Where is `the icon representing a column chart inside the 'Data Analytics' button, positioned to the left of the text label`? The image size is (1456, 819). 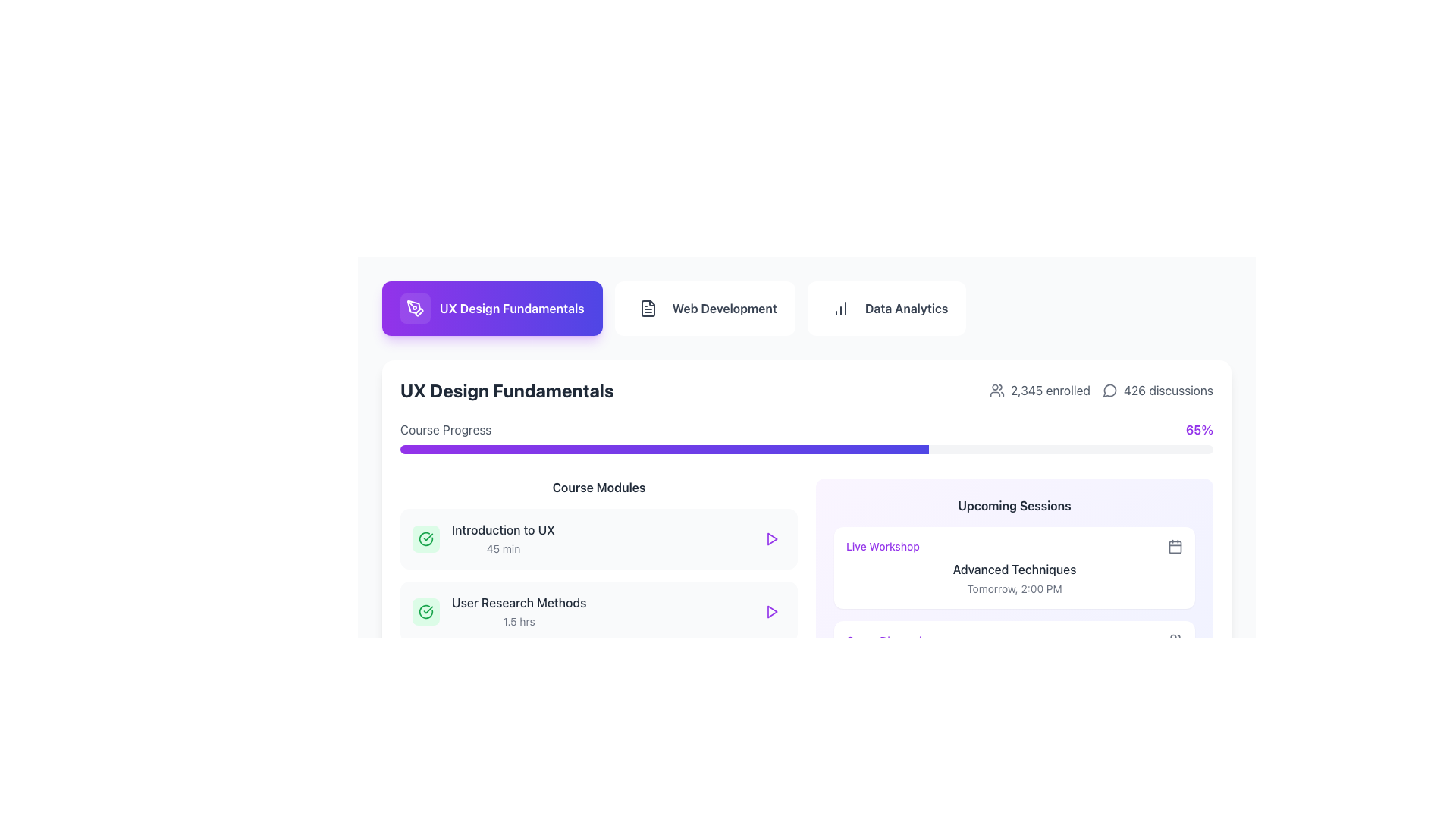
the icon representing a column chart inside the 'Data Analytics' button, positioned to the left of the text label is located at coordinates (839, 308).